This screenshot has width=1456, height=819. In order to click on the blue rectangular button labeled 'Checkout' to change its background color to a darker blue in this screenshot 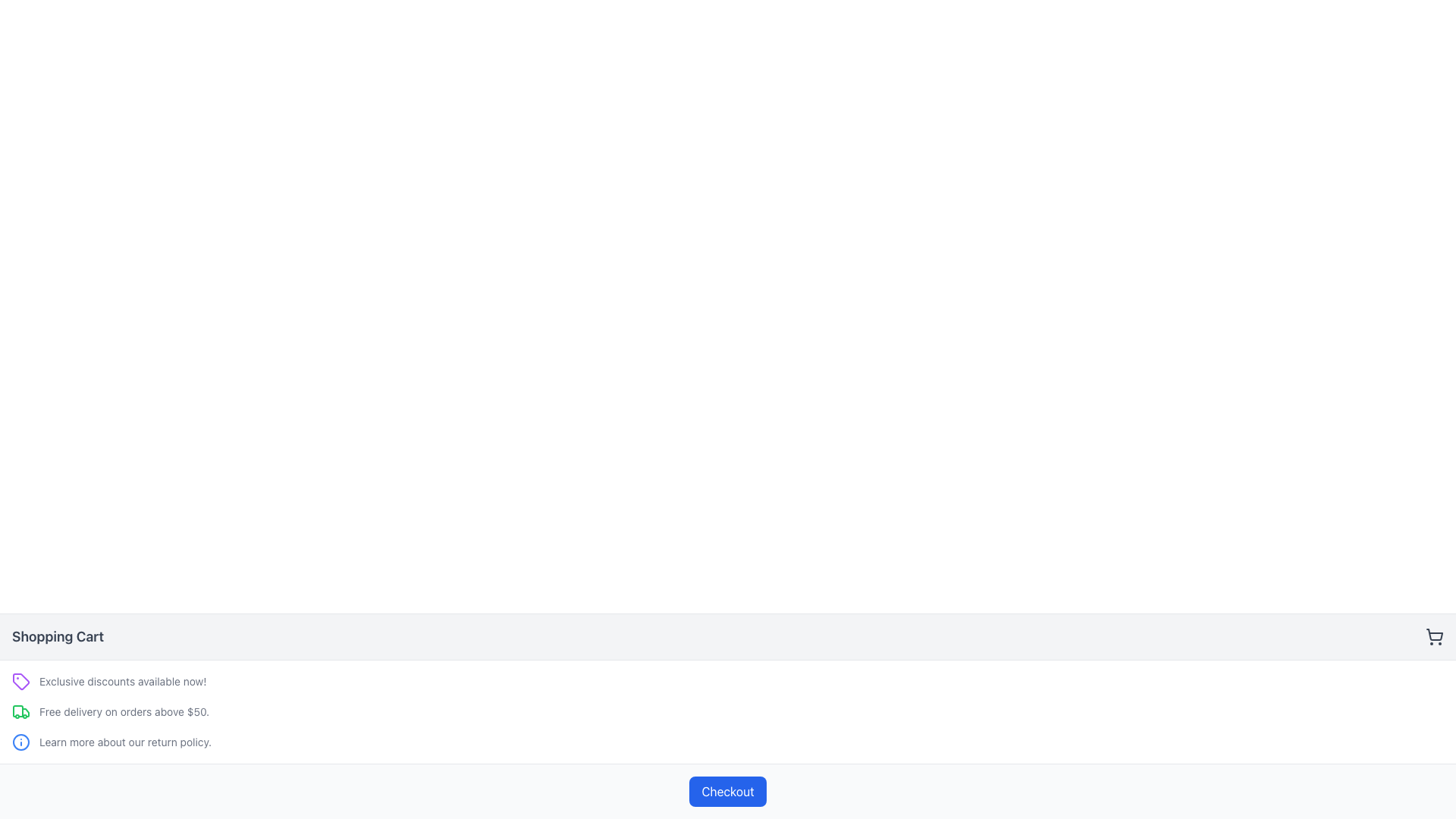, I will do `click(728, 791)`.